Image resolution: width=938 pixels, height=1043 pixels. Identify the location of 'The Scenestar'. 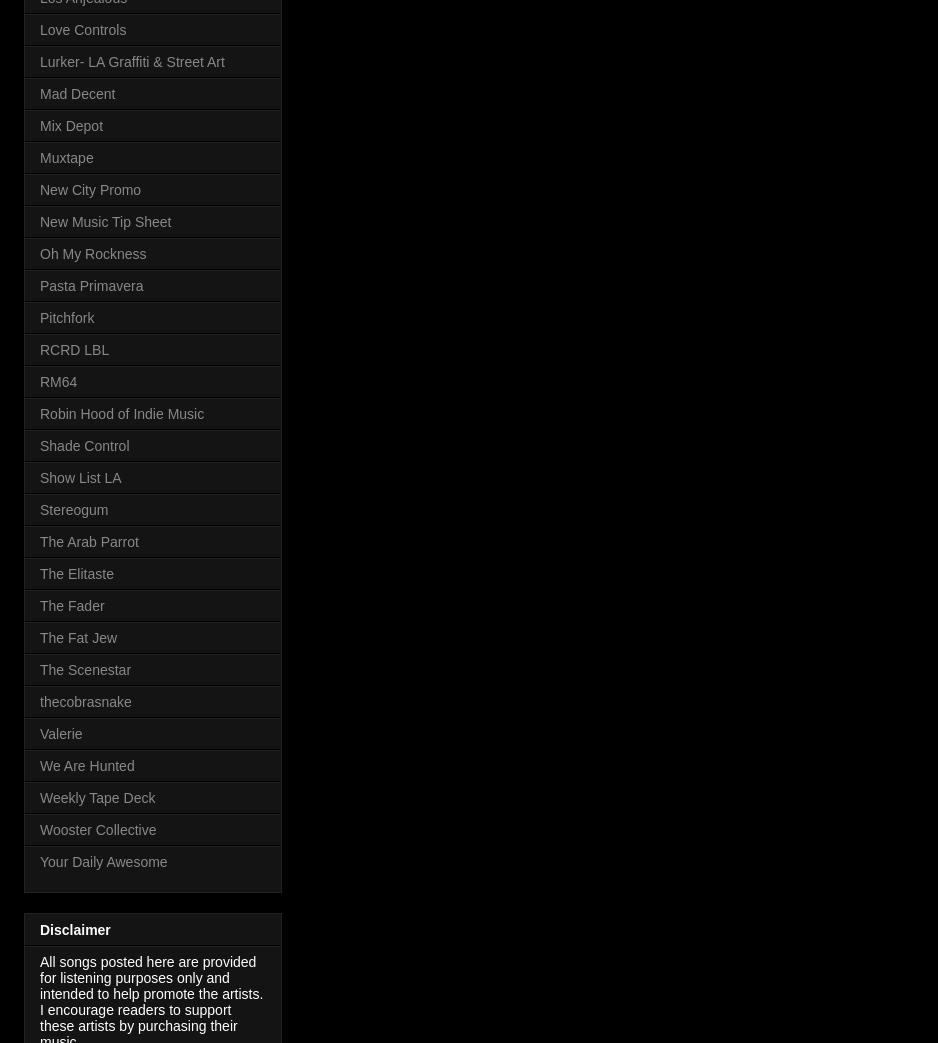
(85, 669).